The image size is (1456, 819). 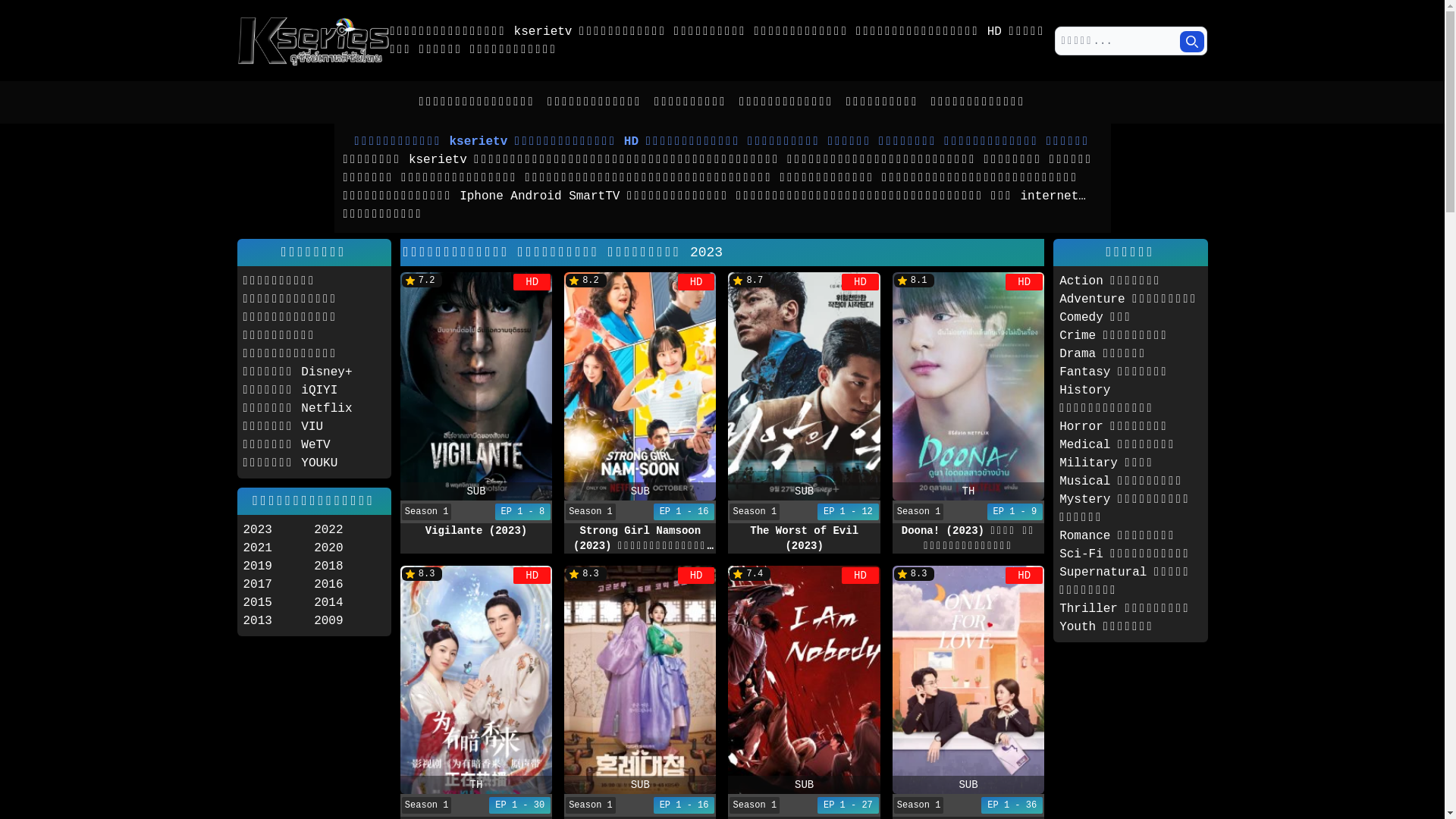 What do you see at coordinates (243, 548) in the screenshot?
I see `'2021'` at bounding box center [243, 548].